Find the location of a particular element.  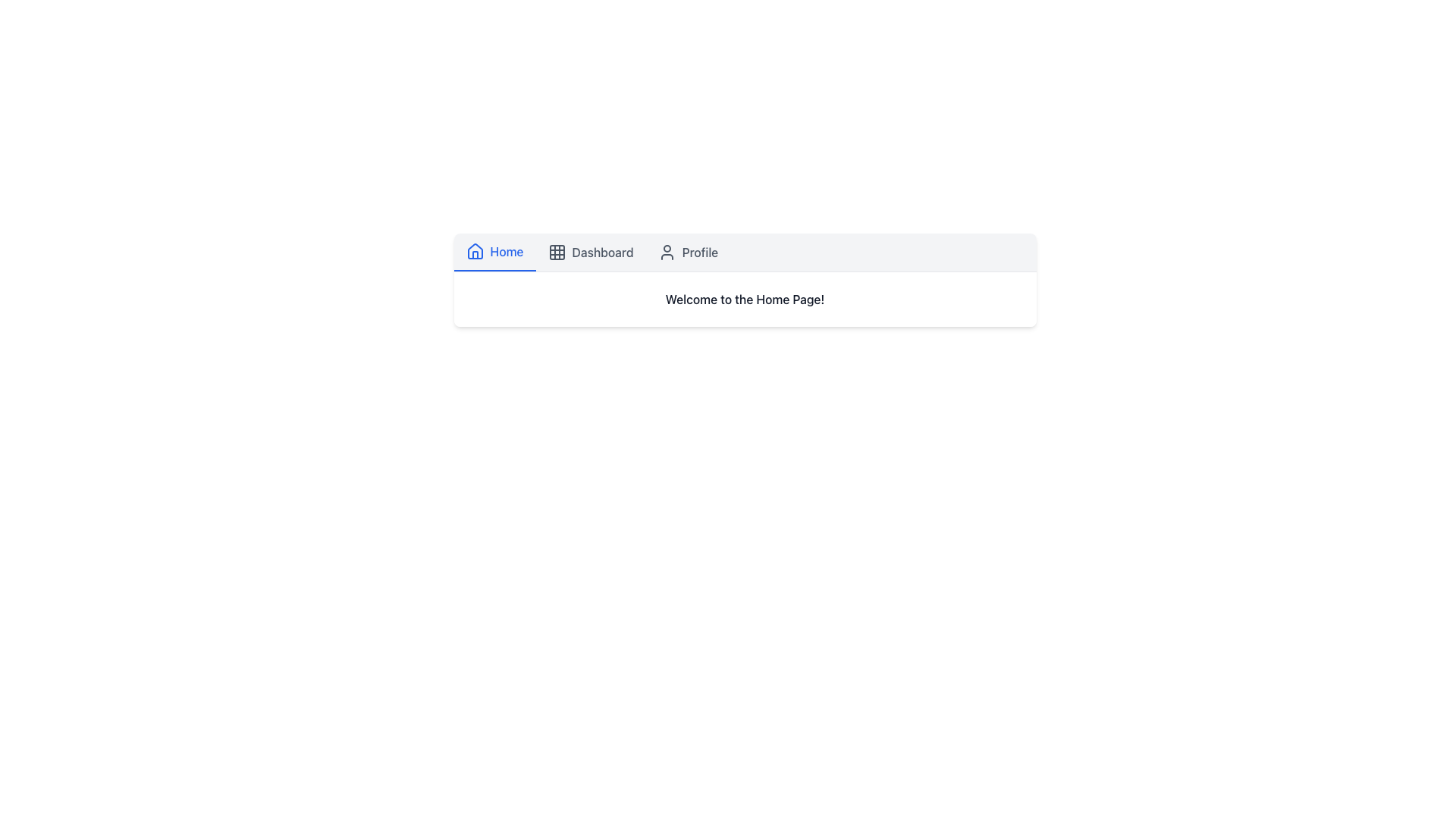

the Static Text element that displays 'Welcome to the Home Page!', which is centrally positioned below the navigation menu is located at coordinates (745, 299).